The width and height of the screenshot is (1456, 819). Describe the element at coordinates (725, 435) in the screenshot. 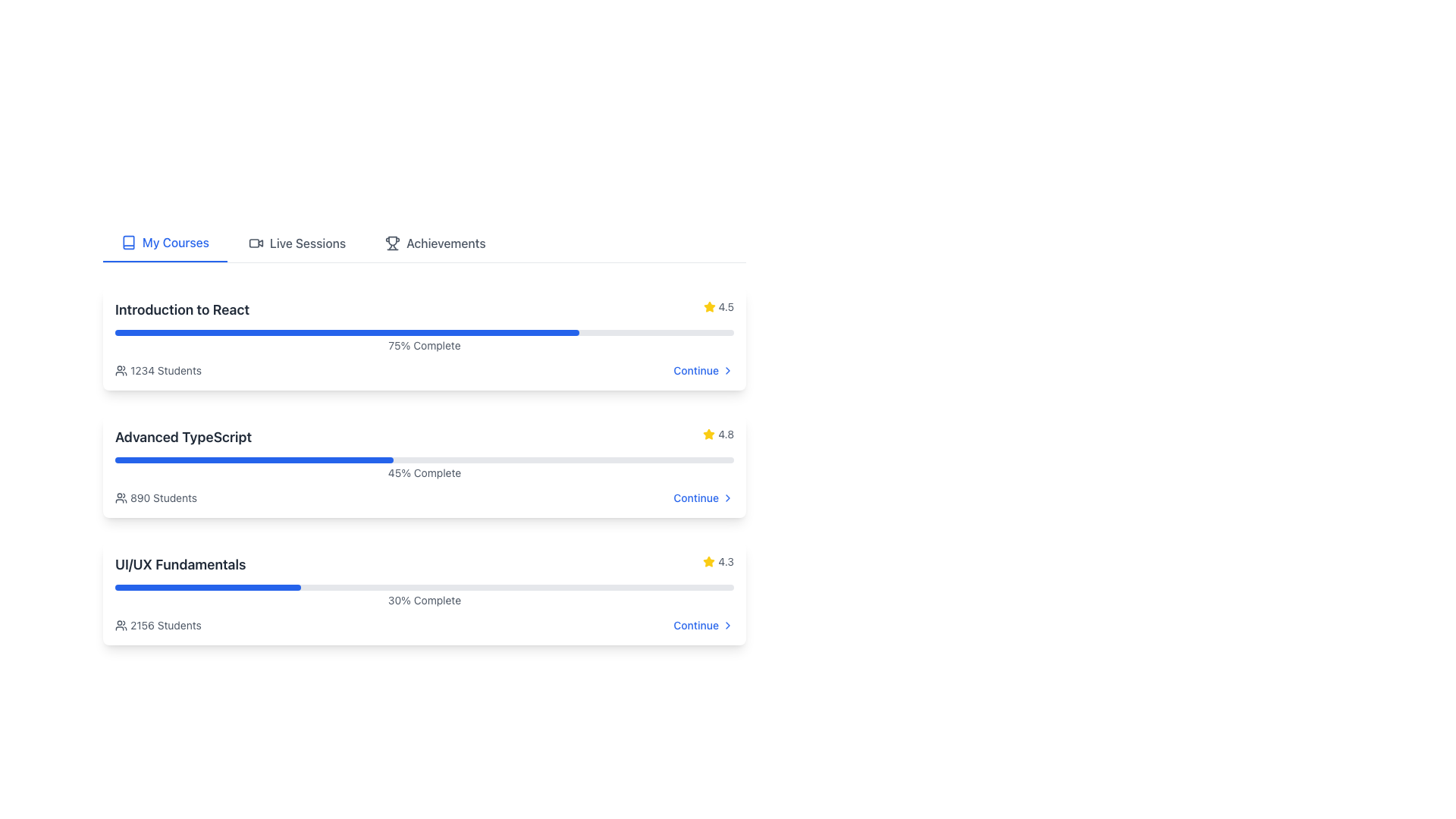

I see `the text label element displaying the numeric value '4.8', which is styled with a small font size and gray color, located to the right of a star icon in the top-right corner of the middle course card for the 'Advanced TypeScript' course` at that location.